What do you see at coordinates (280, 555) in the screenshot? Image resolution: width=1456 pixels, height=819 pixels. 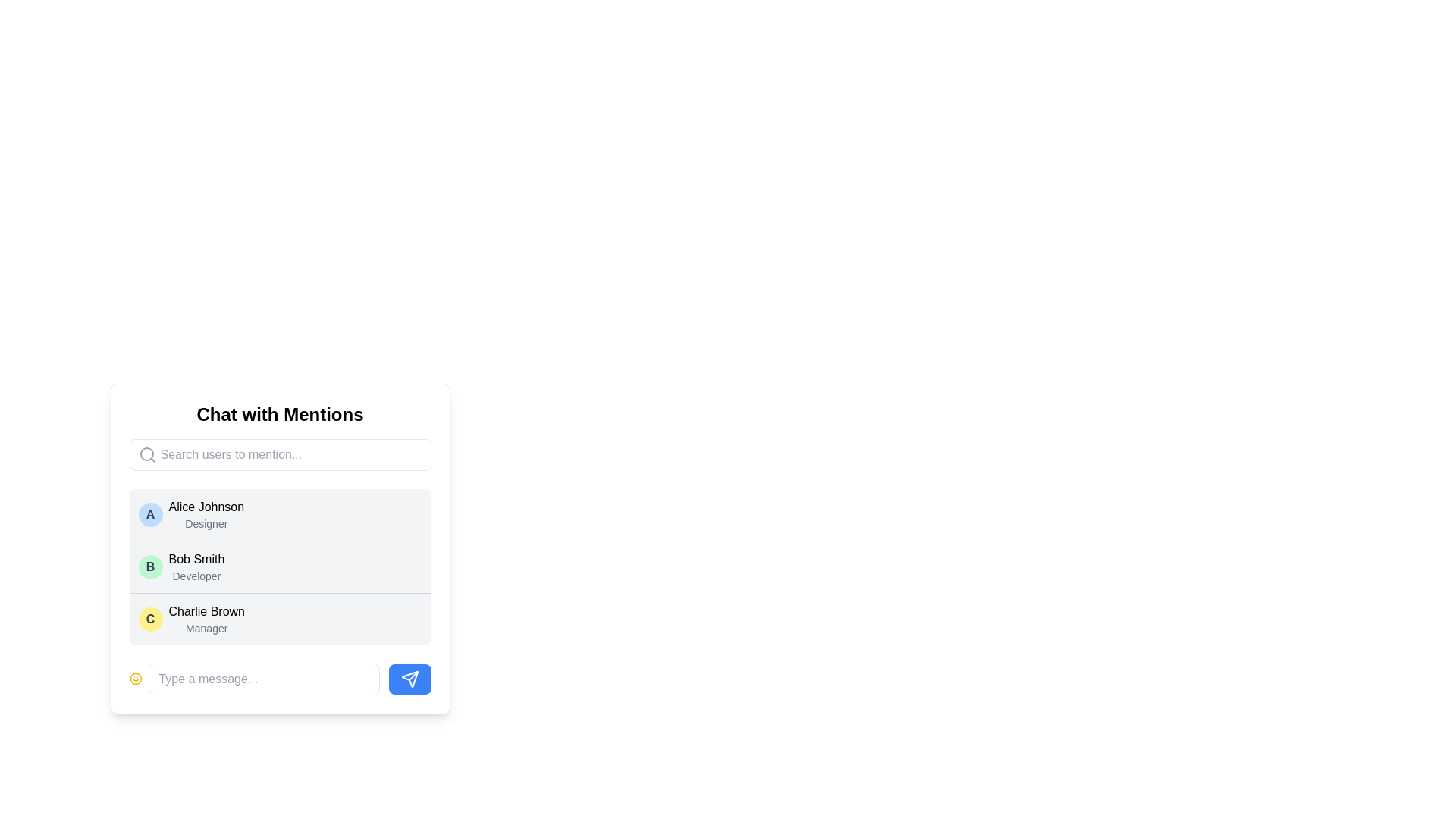 I see `the list item for 'Bob Smith', styled with a light background and a green circle displaying 'B'` at bounding box center [280, 555].